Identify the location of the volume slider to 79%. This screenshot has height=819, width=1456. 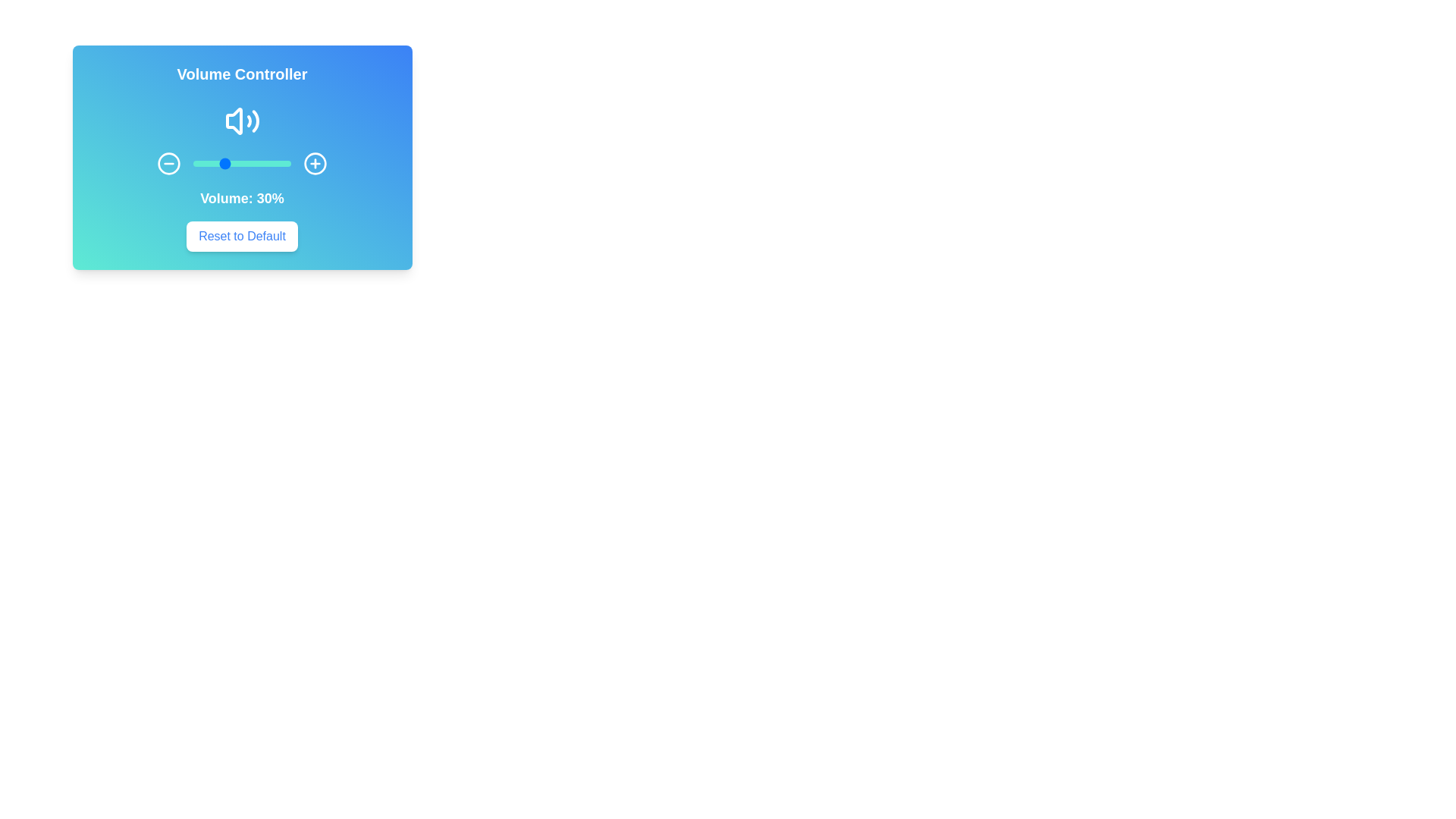
(270, 164).